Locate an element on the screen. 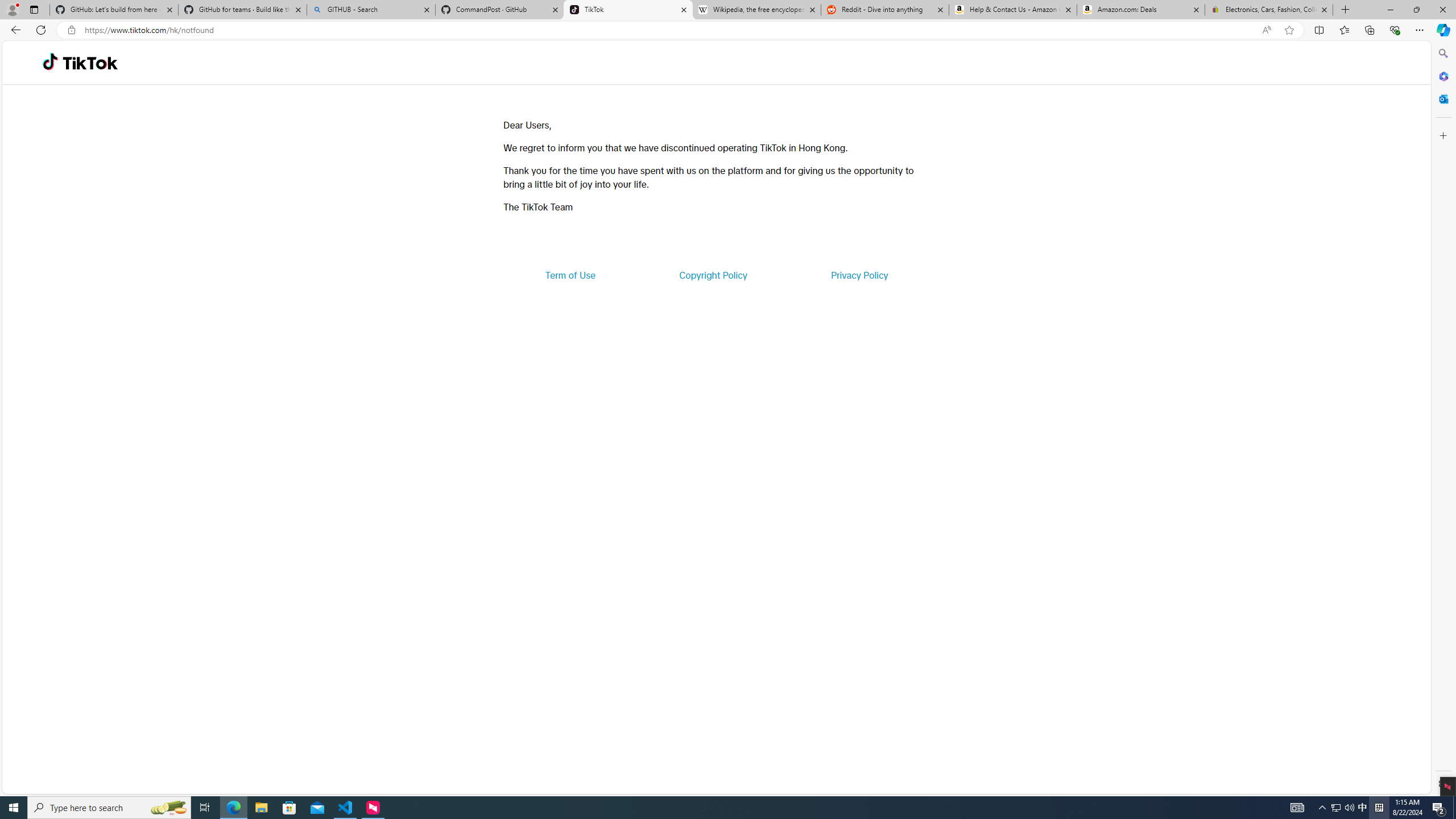  'Copyright Policy' is located at coordinates (712, 274).